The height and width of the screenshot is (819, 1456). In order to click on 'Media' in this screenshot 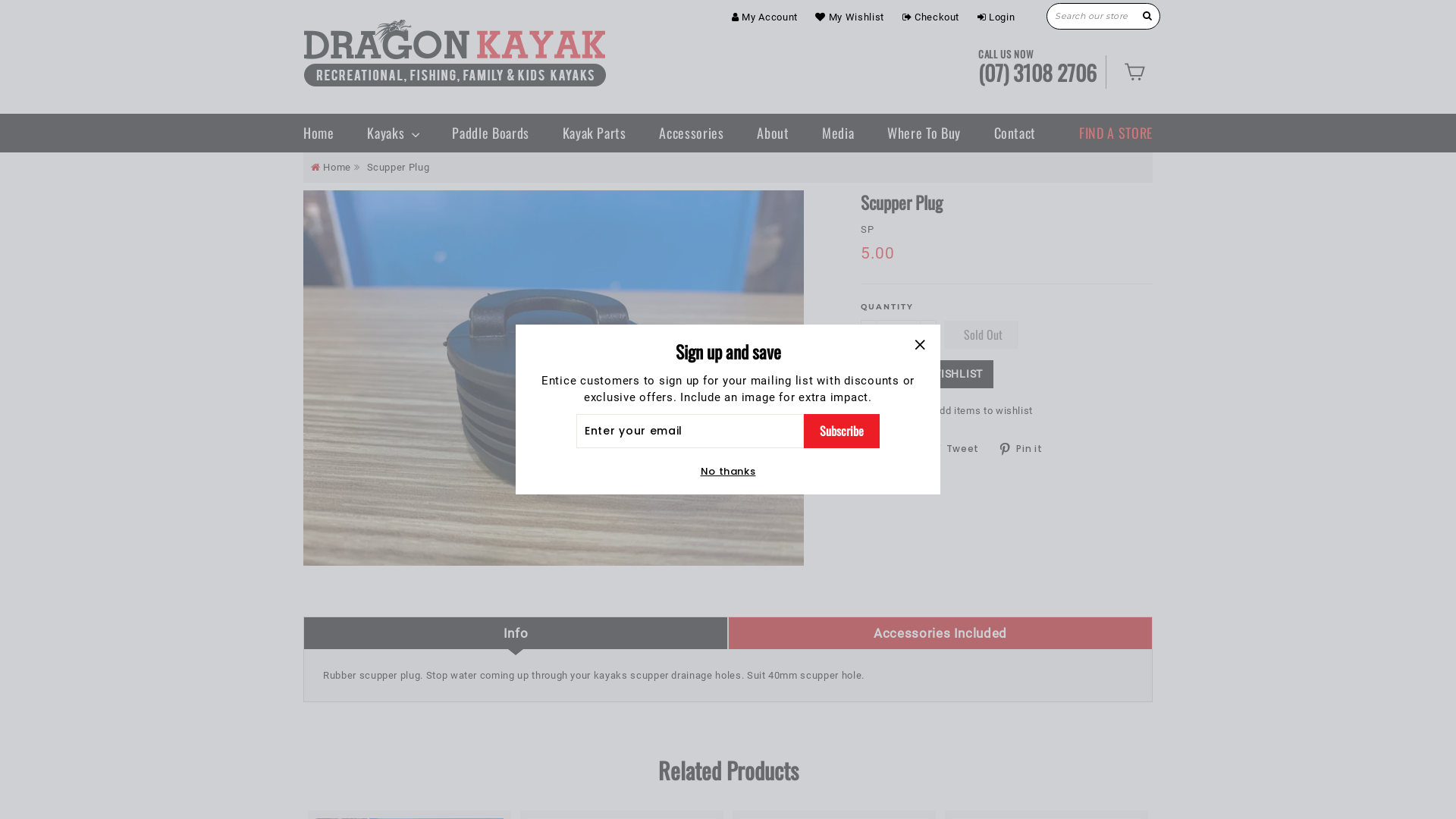, I will do `click(836, 132)`.